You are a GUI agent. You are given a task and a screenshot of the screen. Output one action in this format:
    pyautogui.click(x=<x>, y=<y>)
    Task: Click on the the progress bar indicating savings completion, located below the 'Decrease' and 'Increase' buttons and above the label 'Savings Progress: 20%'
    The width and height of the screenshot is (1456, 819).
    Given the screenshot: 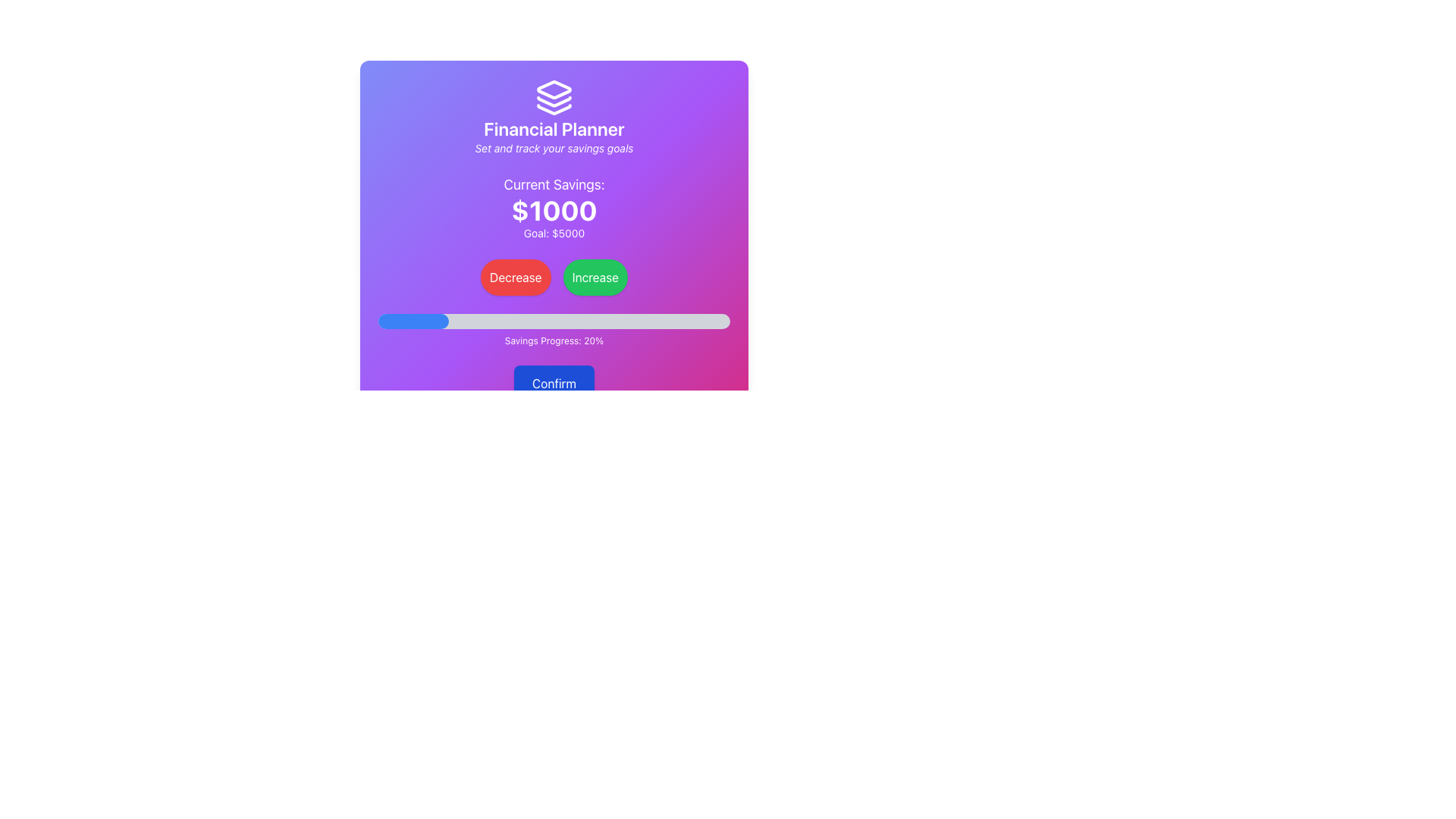 What is the action you would take?
    pyautogui.click(x=553, y=321)
    